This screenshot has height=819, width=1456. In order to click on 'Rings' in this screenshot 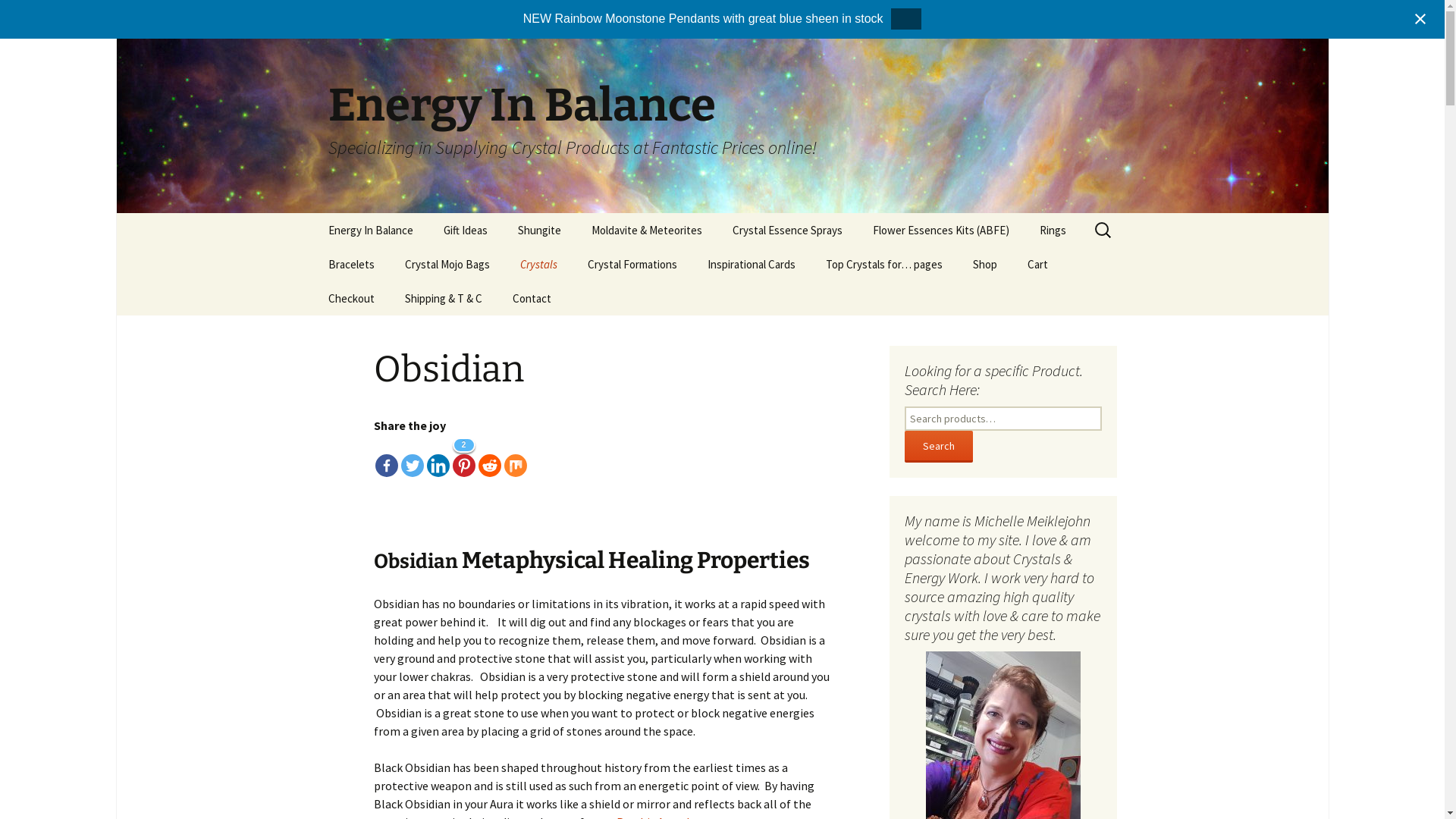, I will do `click(1023, 230)`.